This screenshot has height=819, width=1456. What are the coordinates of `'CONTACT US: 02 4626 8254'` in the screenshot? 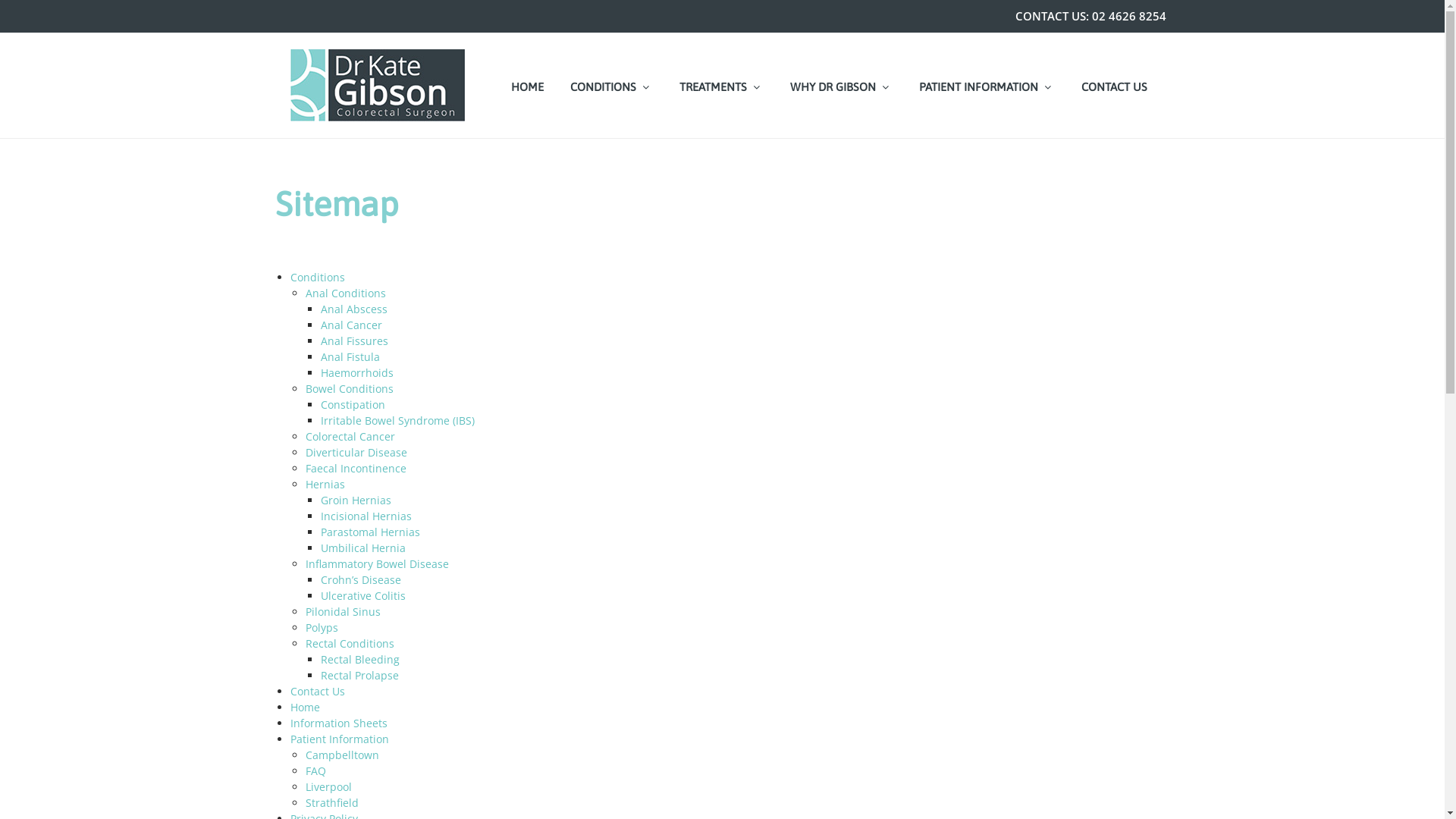 It's located at (1007, 17).